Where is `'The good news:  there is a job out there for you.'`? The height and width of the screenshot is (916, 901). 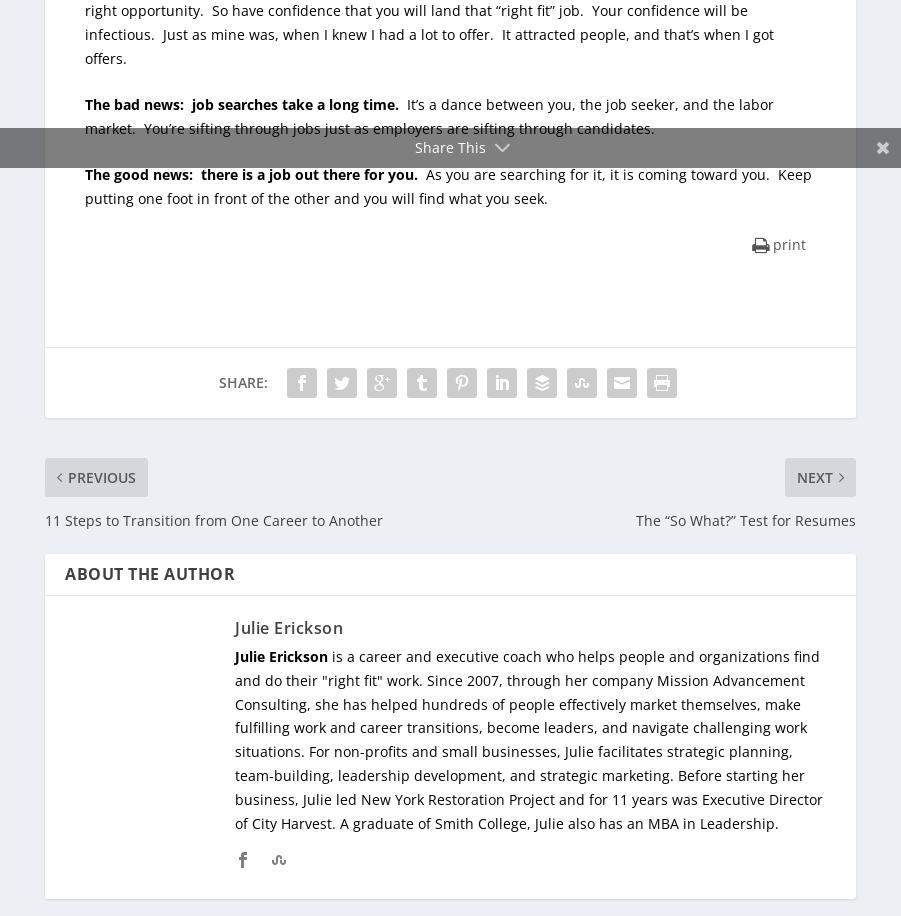 'The good news:  there is a job out there for you.' is located at coordinates (250, 172).